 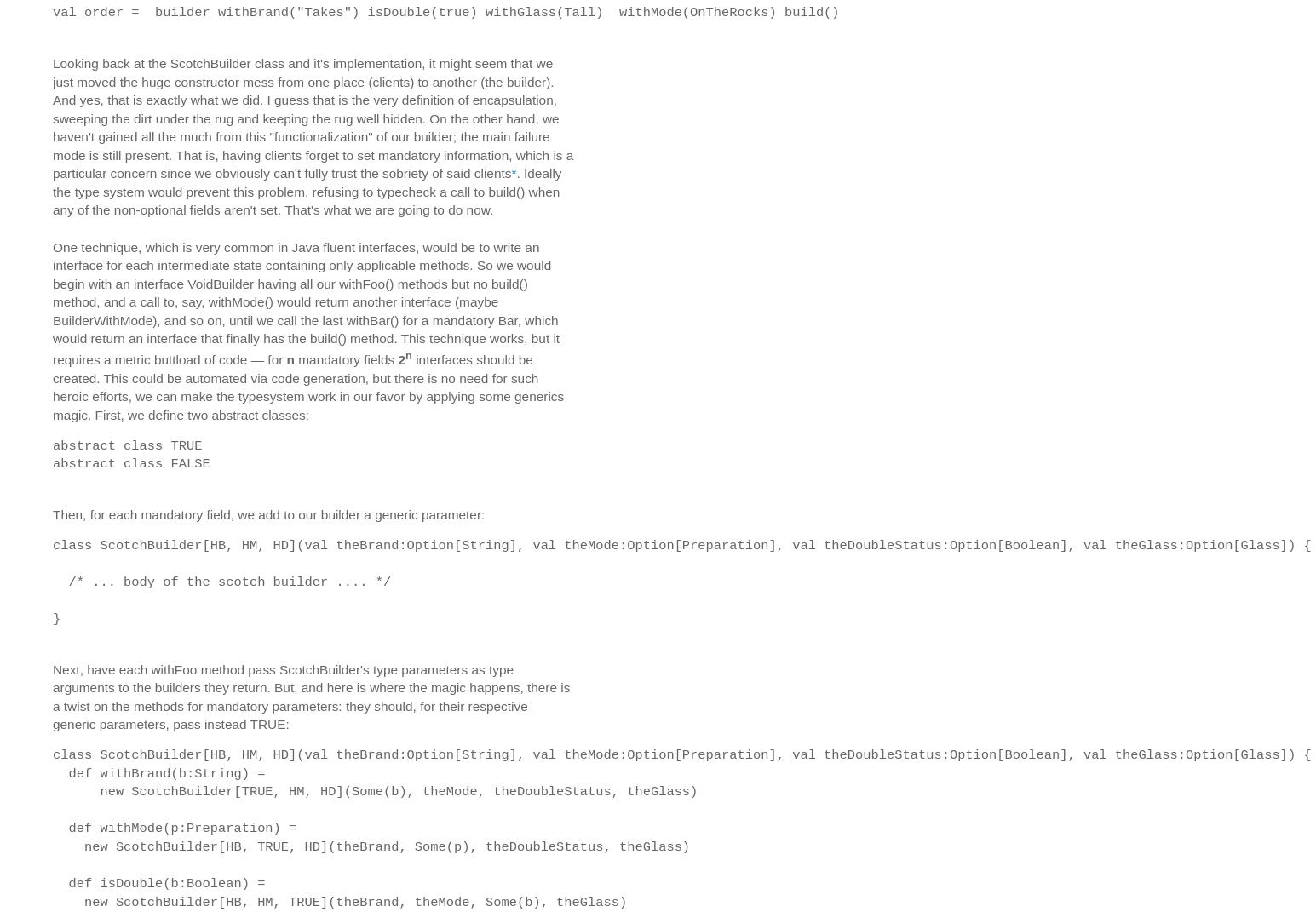 What do you see at coordinates (305, 302) in the screenshot?
I see `'One technique, which is very common in Java fluent interfaces, would be to write an interface for each intermediate state containing only applicable methods. So we would begin with an interface VoidBuilder having all our withFoo() methods but no build() method, and a call to, say, withMode() would return another interface (maybe BuilderWithMode), and so on, until we call the last withBar() for a mandatory Bar, which would return an interface that finally has the build() method. This technique works, but it requires a metric buttload of code — for'` at bounding box center [305, 302].